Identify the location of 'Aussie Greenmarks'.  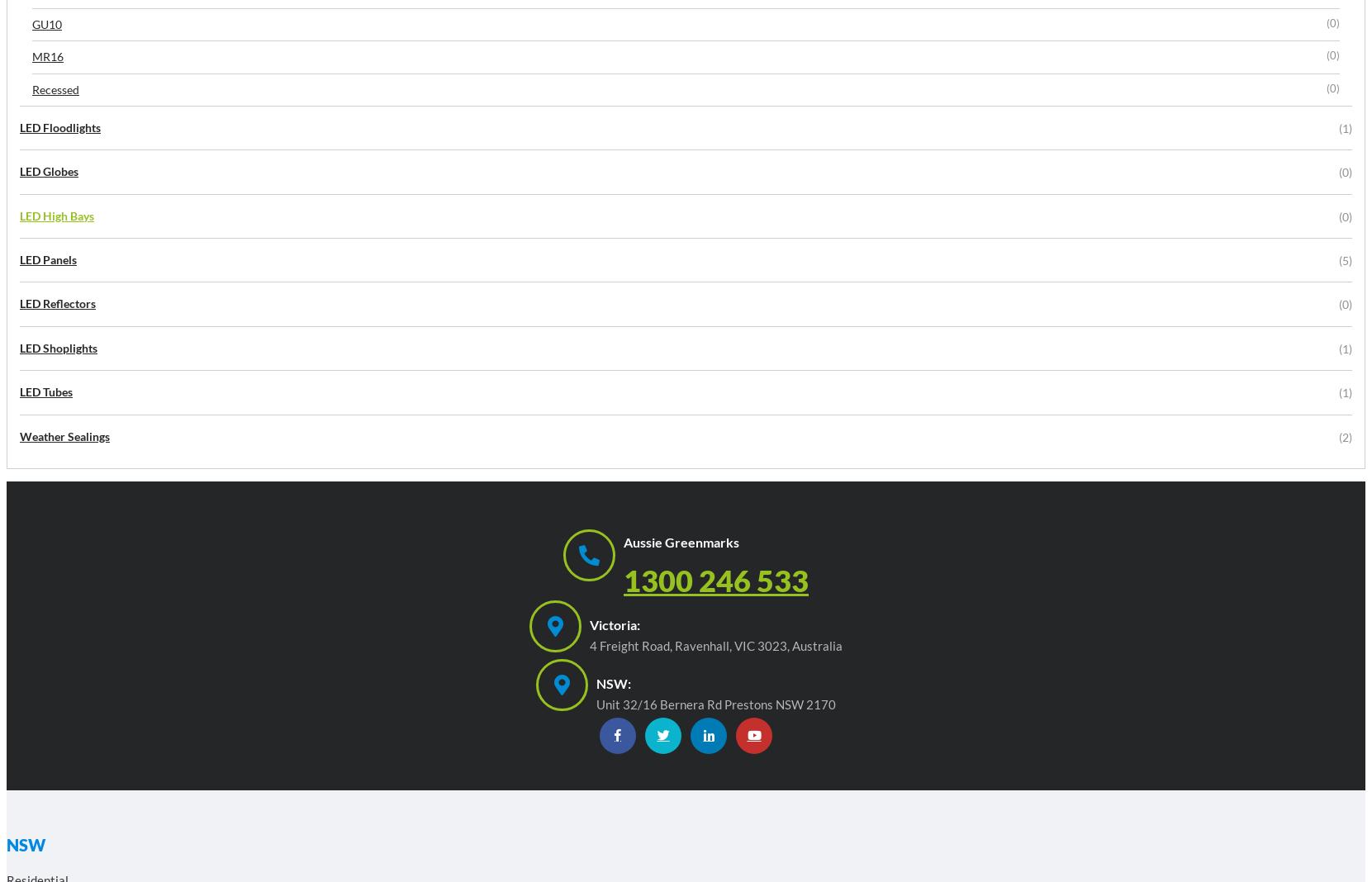
(681, 541).